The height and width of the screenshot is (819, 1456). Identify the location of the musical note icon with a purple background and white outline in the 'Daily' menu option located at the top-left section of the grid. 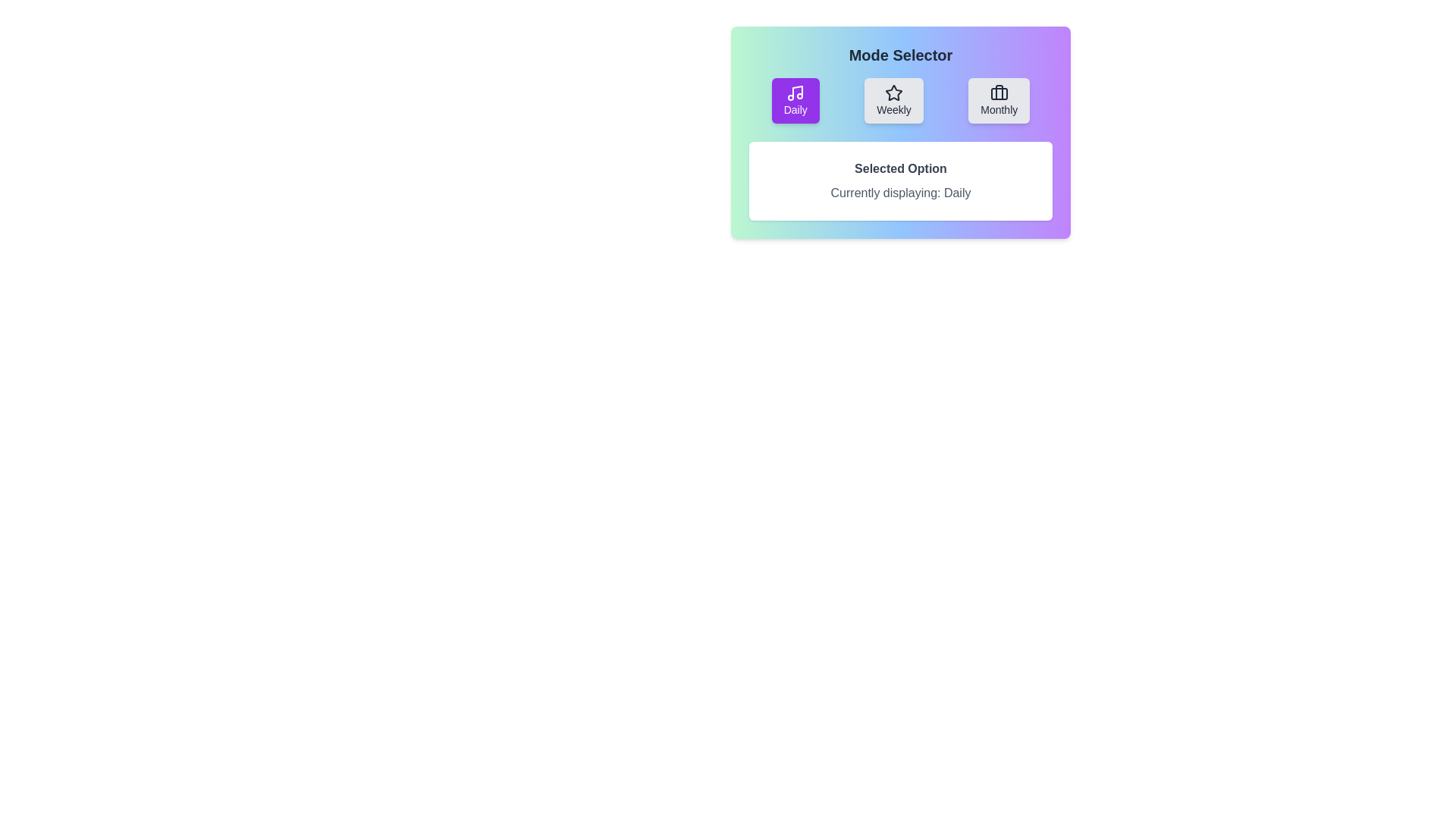
(795, 93).